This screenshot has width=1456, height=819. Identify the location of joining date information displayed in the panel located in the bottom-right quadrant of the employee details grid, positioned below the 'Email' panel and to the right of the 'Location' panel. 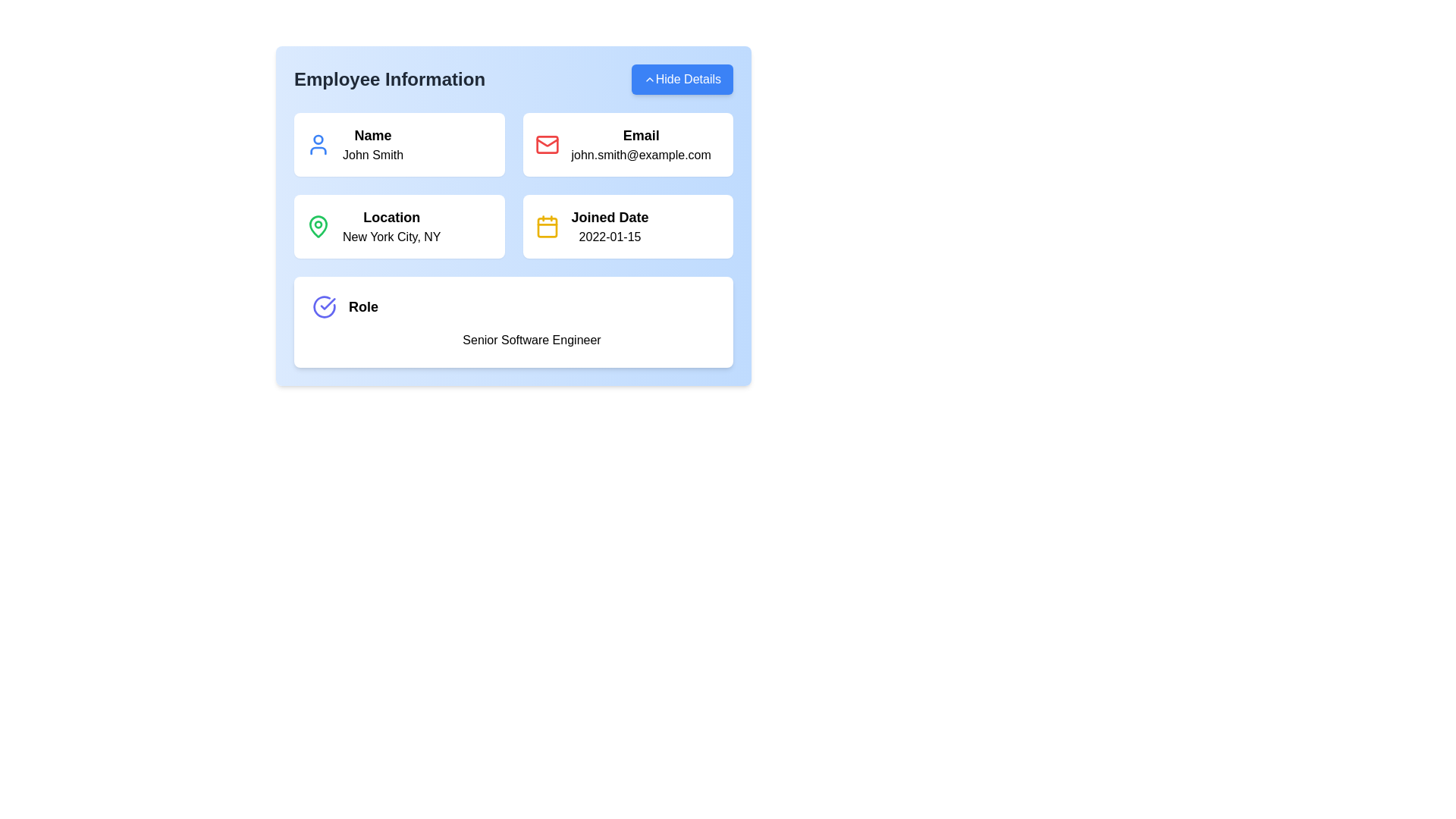
(628, 227).